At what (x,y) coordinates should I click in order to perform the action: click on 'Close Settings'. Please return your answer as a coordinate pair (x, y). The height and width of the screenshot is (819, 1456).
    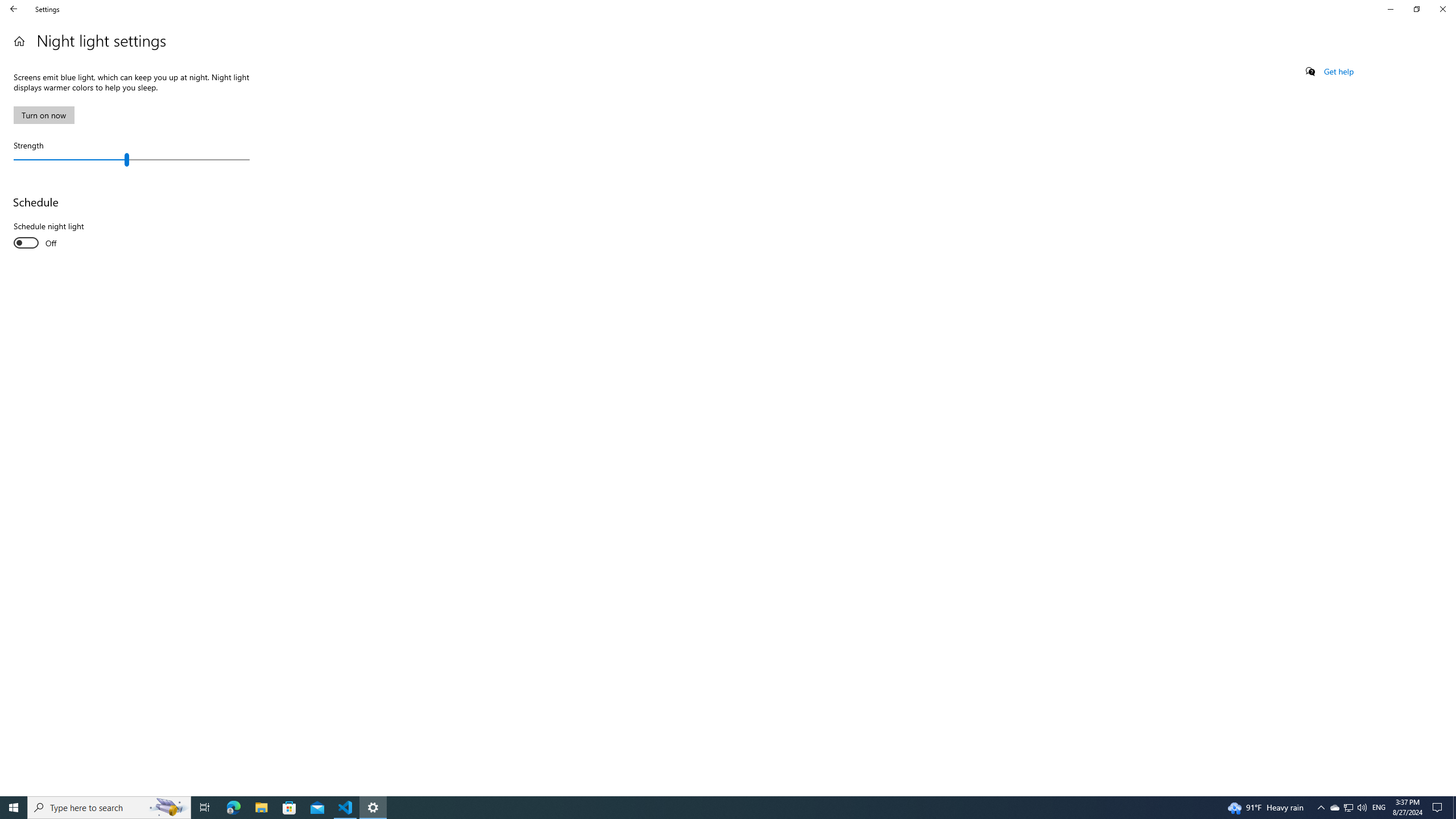
    Looking at the image, I should click on (1442, 9).